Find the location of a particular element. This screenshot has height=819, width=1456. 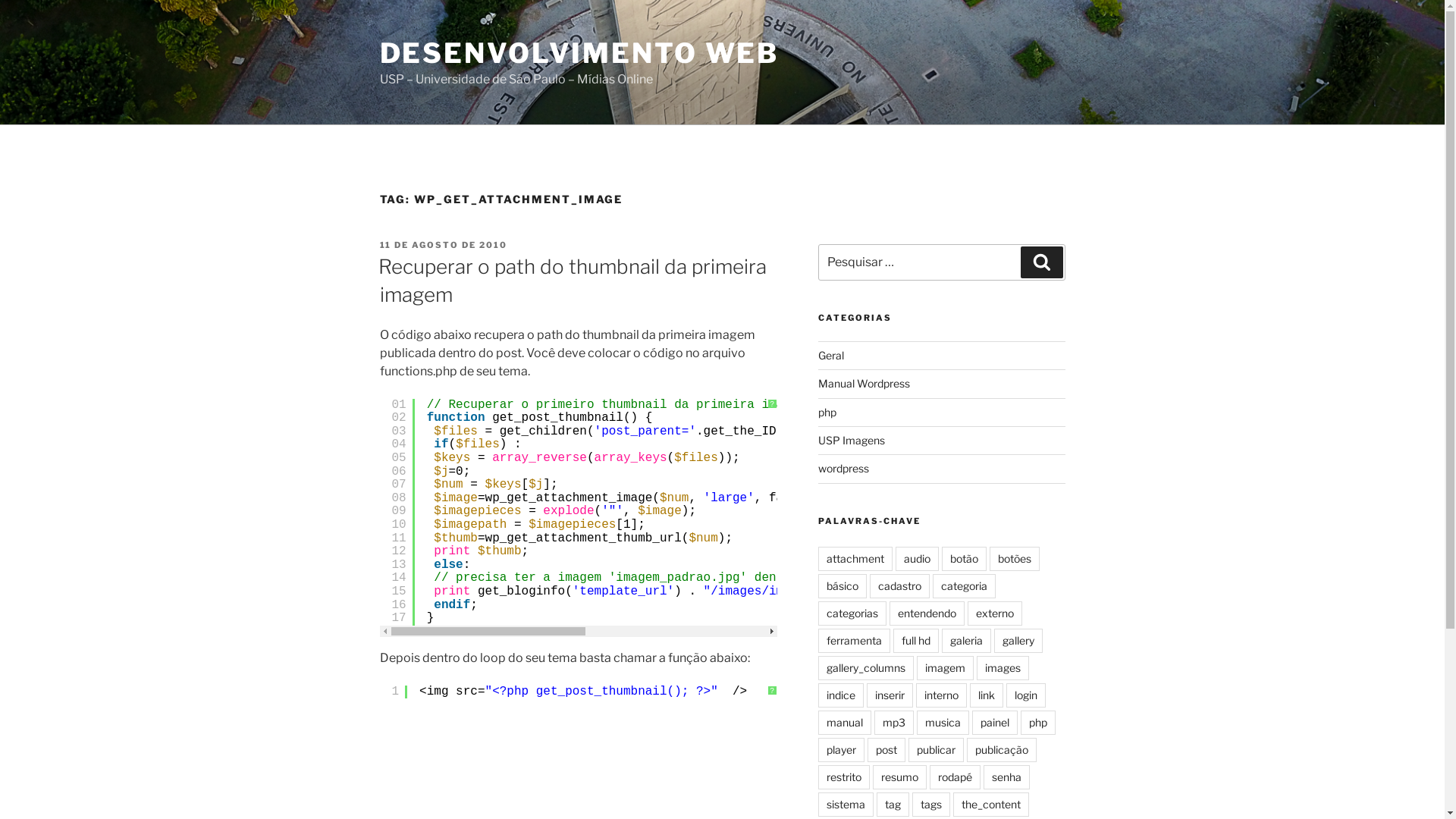

'imagem' is located at coordinates (944, 667).